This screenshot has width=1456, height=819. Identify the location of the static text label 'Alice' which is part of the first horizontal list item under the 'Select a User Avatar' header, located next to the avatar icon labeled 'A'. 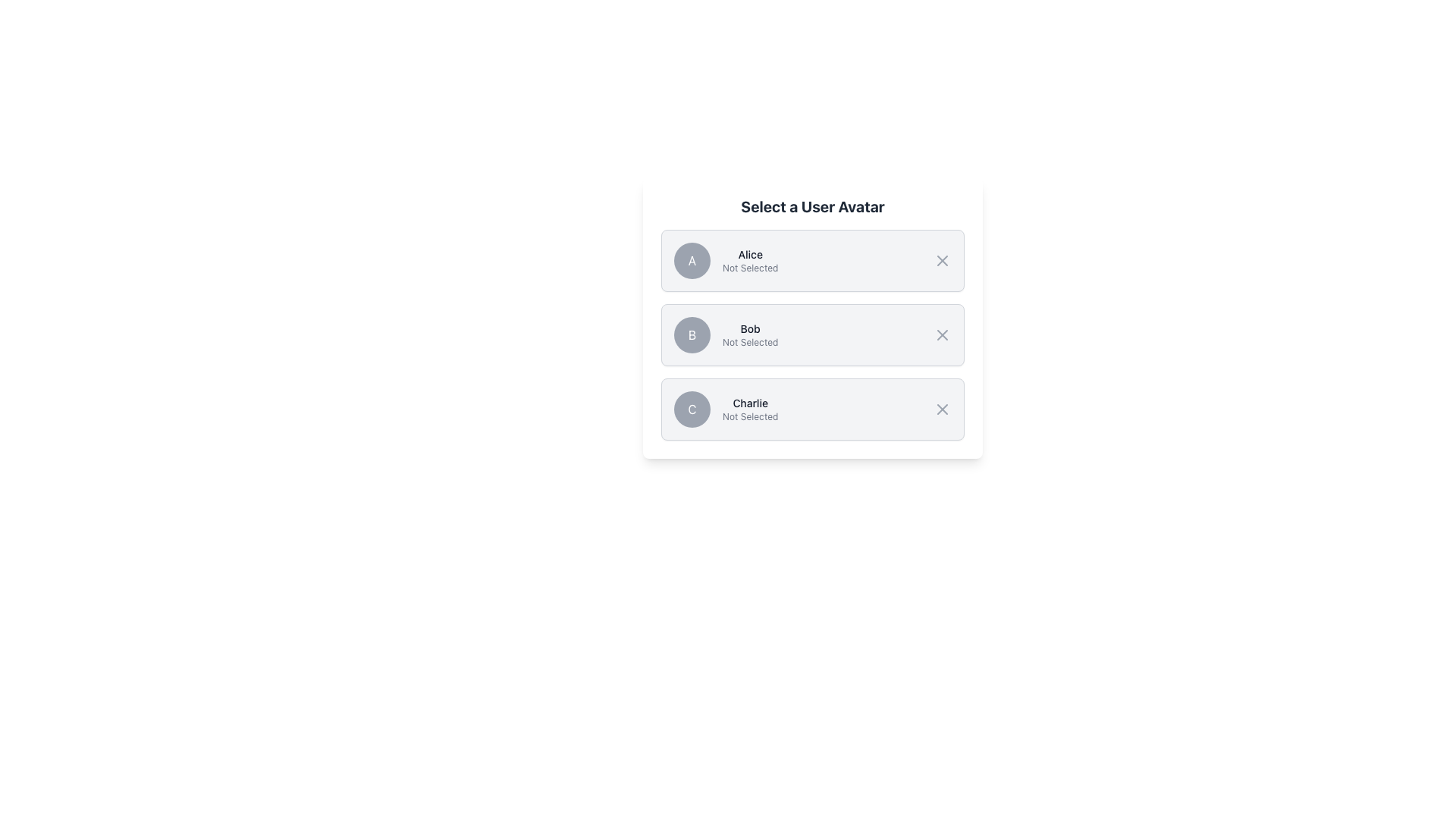
(750, 253).